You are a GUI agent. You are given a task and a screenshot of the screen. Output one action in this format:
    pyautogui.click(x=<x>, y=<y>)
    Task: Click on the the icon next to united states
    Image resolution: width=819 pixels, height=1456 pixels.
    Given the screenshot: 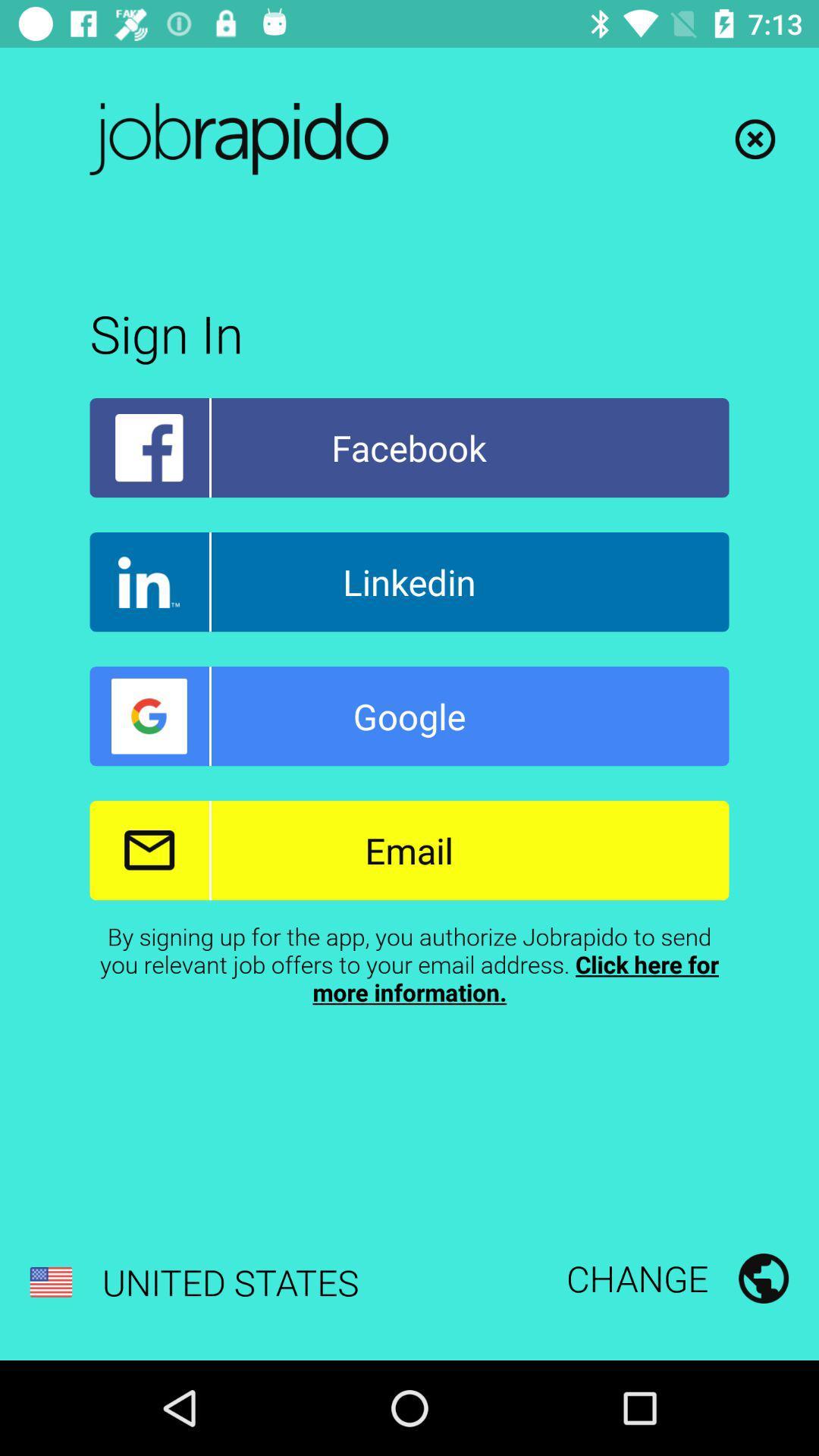 What is the action you would take?
    pyautogui.click(x=676, y=1277)
    